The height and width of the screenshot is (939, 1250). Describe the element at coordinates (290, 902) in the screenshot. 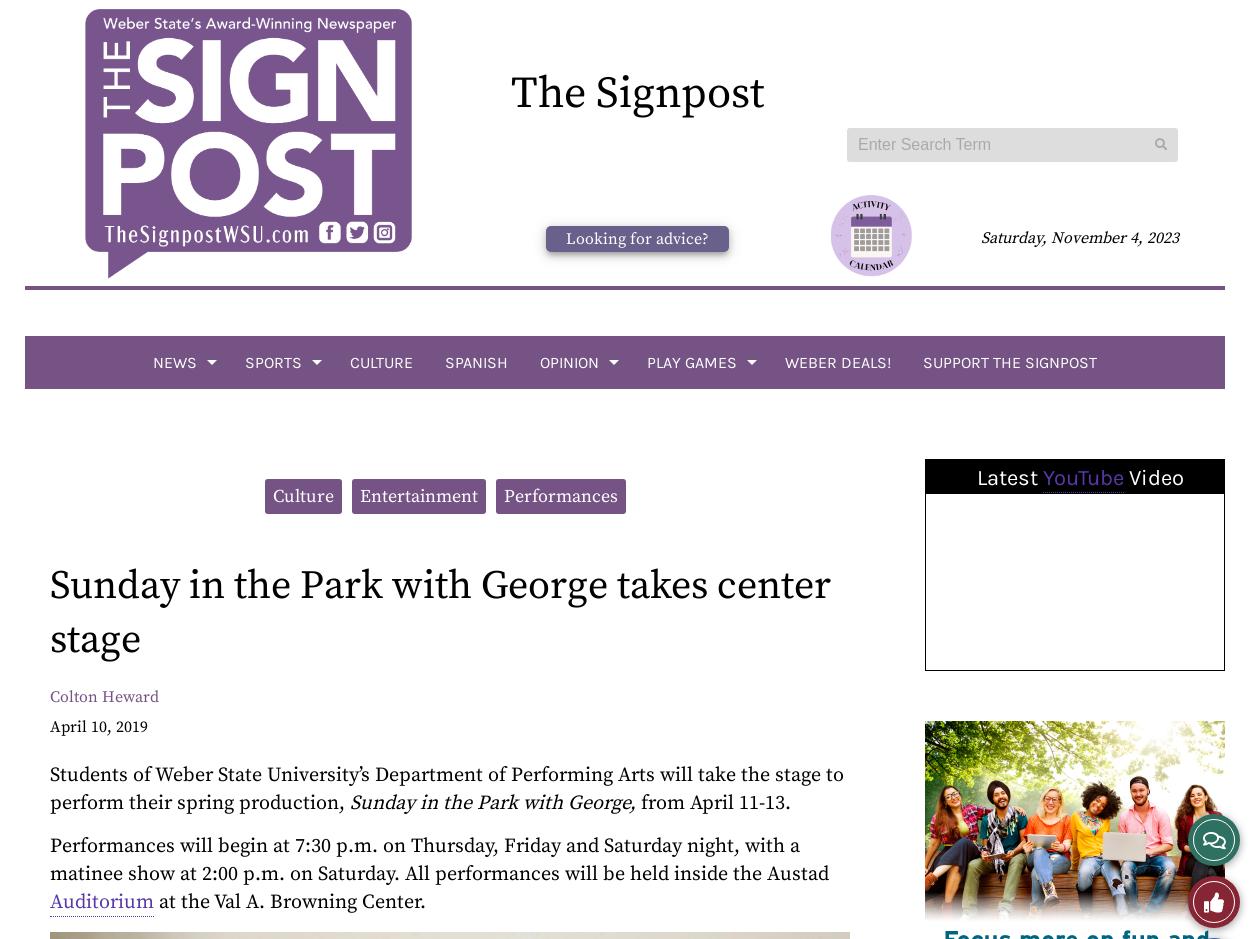

I see `'at the Val A. Browning Center.'` at that location.